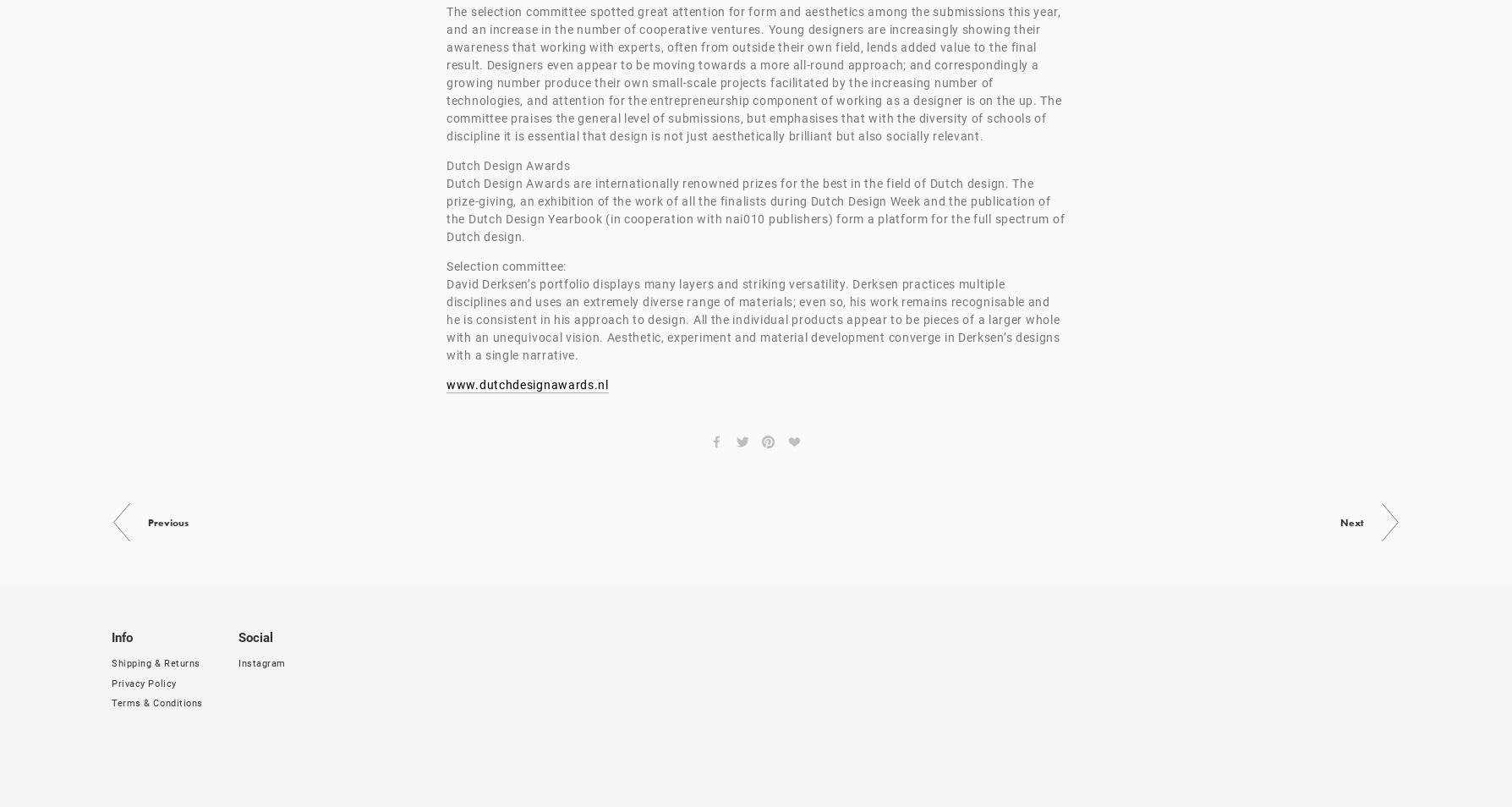 Image resolution: width=1512 pixels, height=807 pixels. Describe the element at coordinates (757, 210) in the screenshot. I see `'Dutch Design Awards are internationally renowned prizes for the best in the field of Dutch design. The prize-giving, an exhibition of the work of all the finalists during Dutch Design Week and the publication of the Dutch Design Yearbook (in cooperation with nai010 publishers) form a platform for the full spectrum of Dutch design.'` at that location.